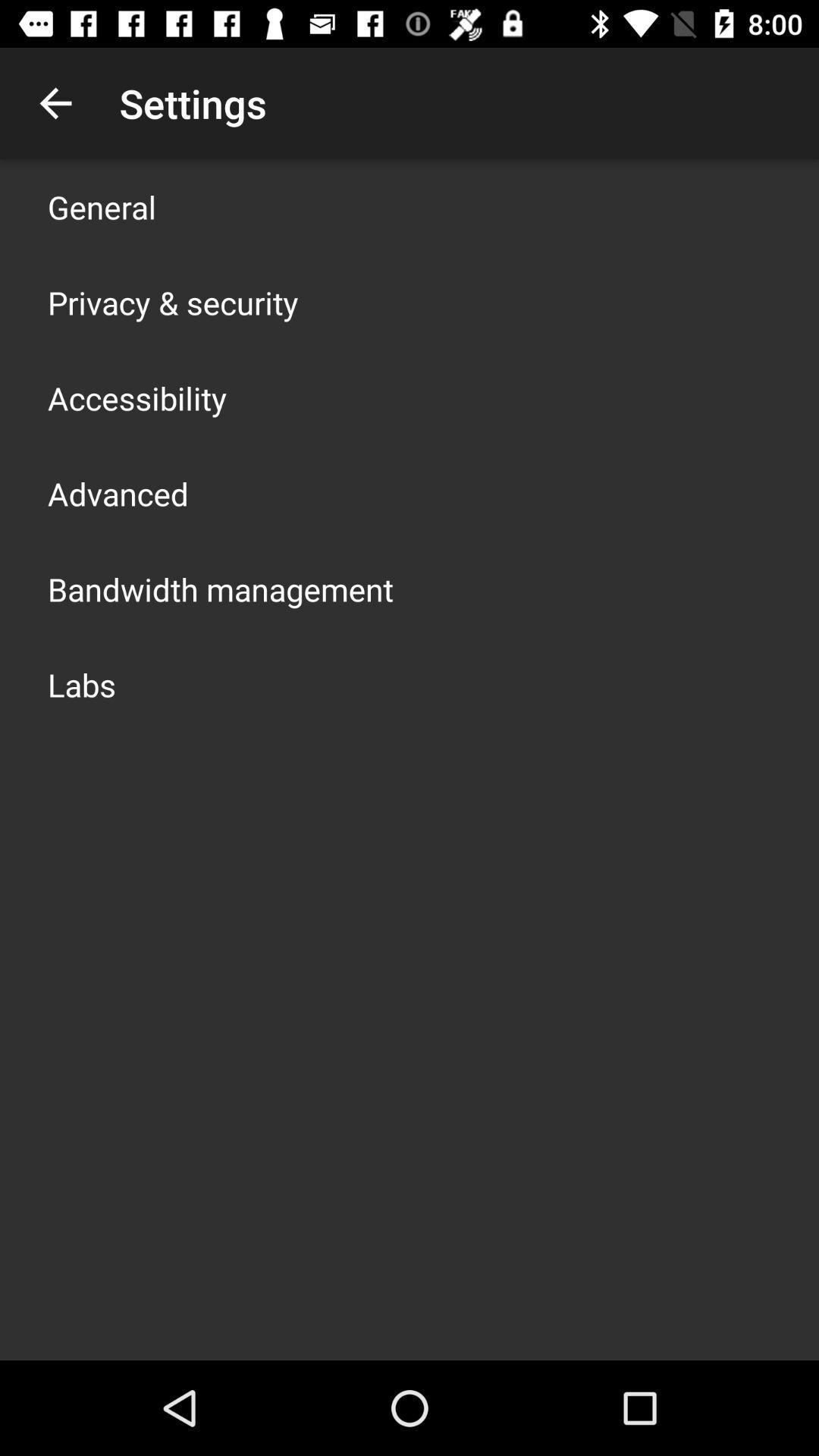  What do you see at coordinates (82, 683) in the screenshot?
I see `the labs` at bounding box center [82, 683].